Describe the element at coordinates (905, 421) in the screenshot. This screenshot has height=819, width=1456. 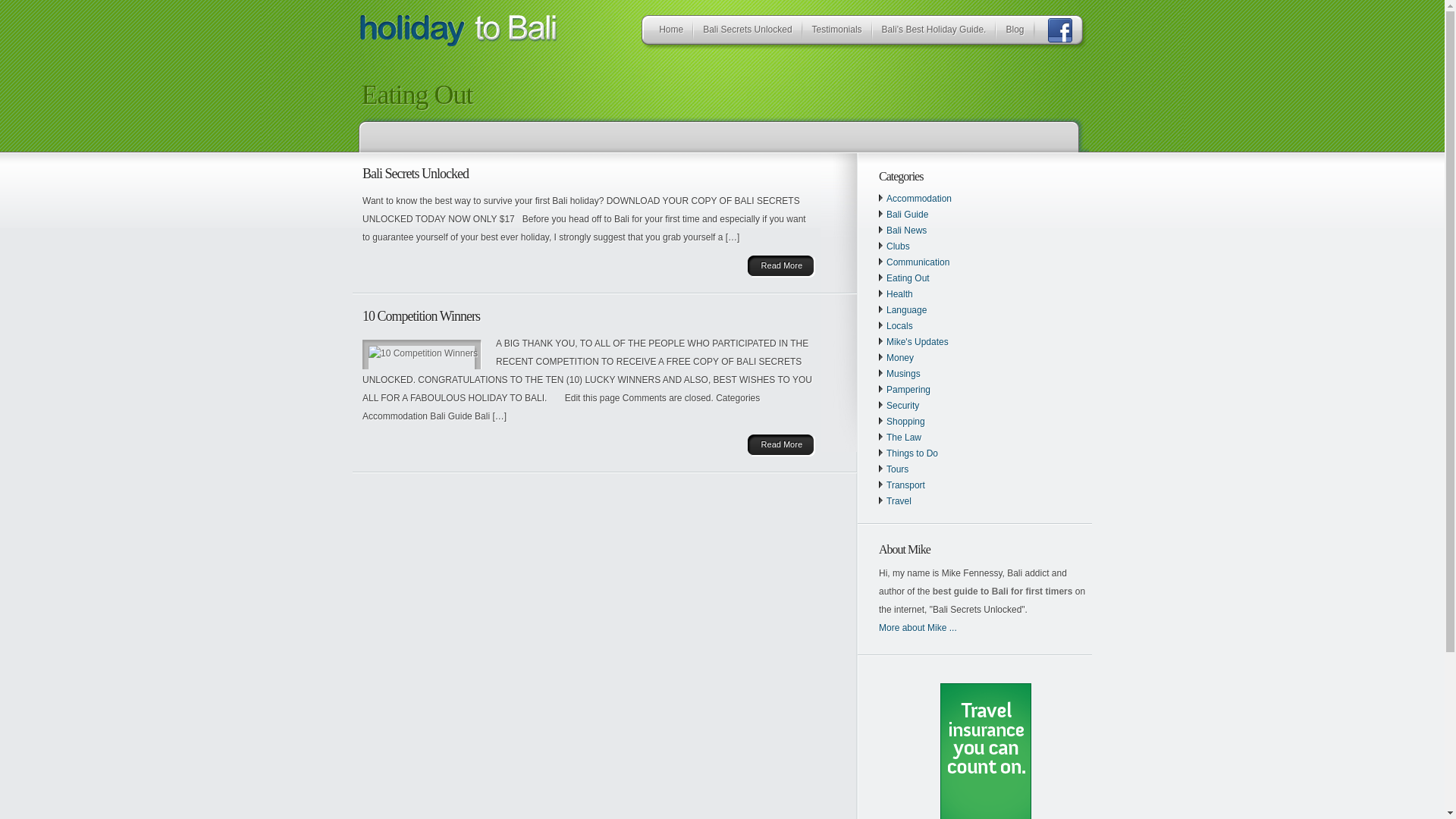
I see `'Shopping'` at that location.